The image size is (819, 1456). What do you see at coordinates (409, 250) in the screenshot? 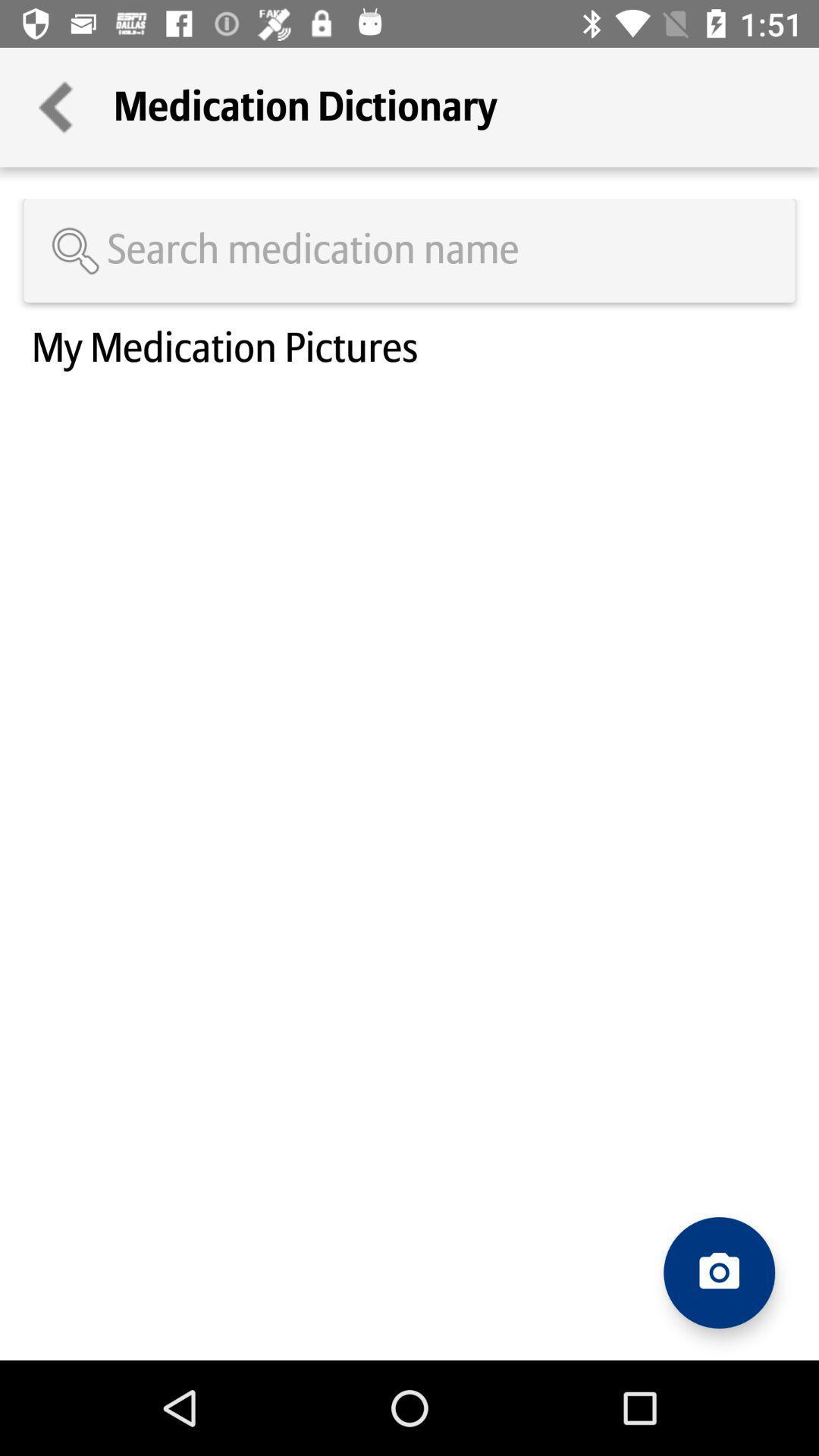
I see `the icon above the my medication pictures` at bounding box center [409, 250].